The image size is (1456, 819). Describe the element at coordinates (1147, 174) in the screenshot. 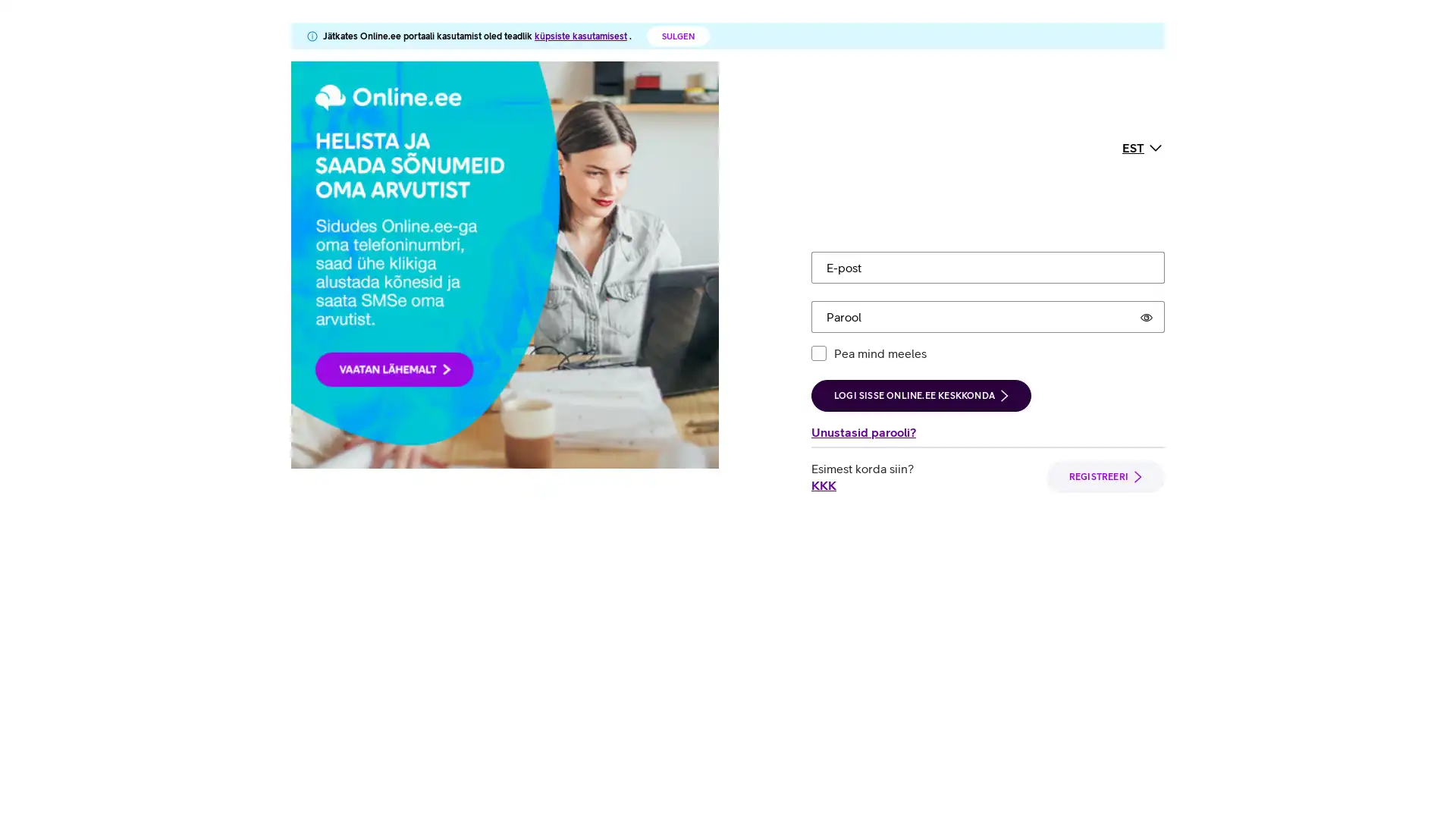

I see `Naitan parooli` at that location.